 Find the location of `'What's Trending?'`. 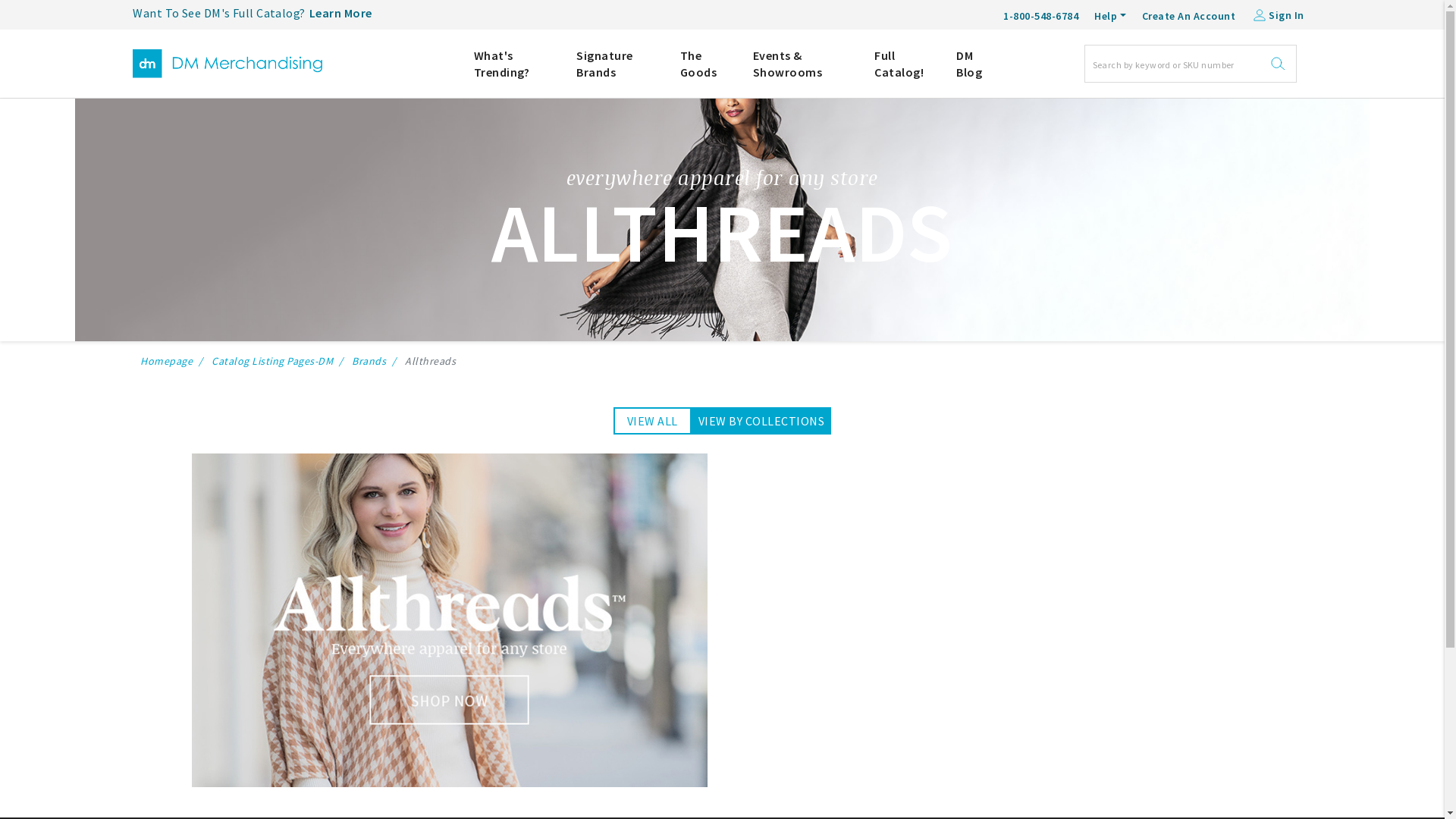

'What's Trending?' is located at coordinates (513, 63).